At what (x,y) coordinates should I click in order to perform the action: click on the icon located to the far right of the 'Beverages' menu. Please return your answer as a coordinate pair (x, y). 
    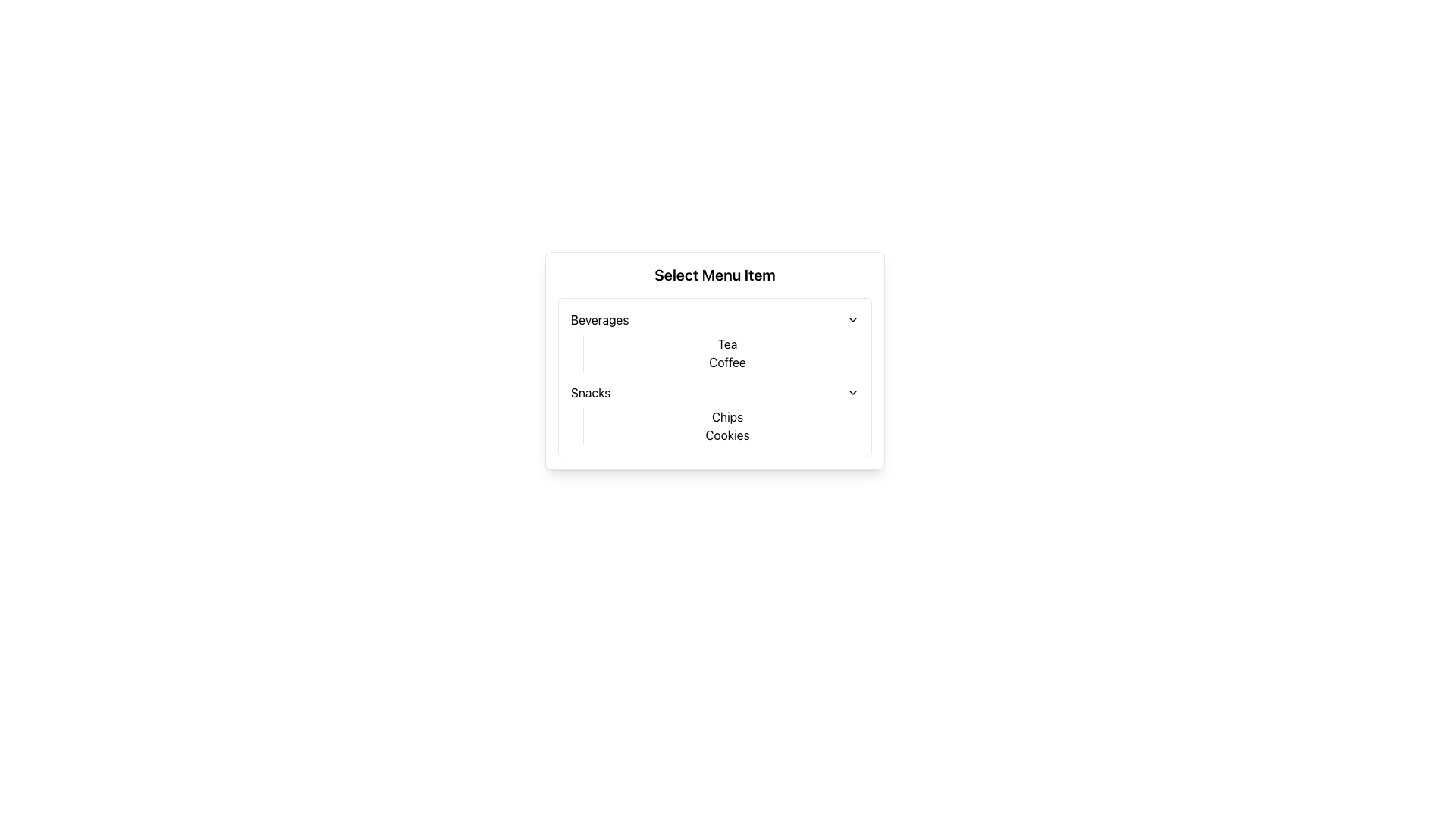
    Looking at the image, I should click on (852, 318).